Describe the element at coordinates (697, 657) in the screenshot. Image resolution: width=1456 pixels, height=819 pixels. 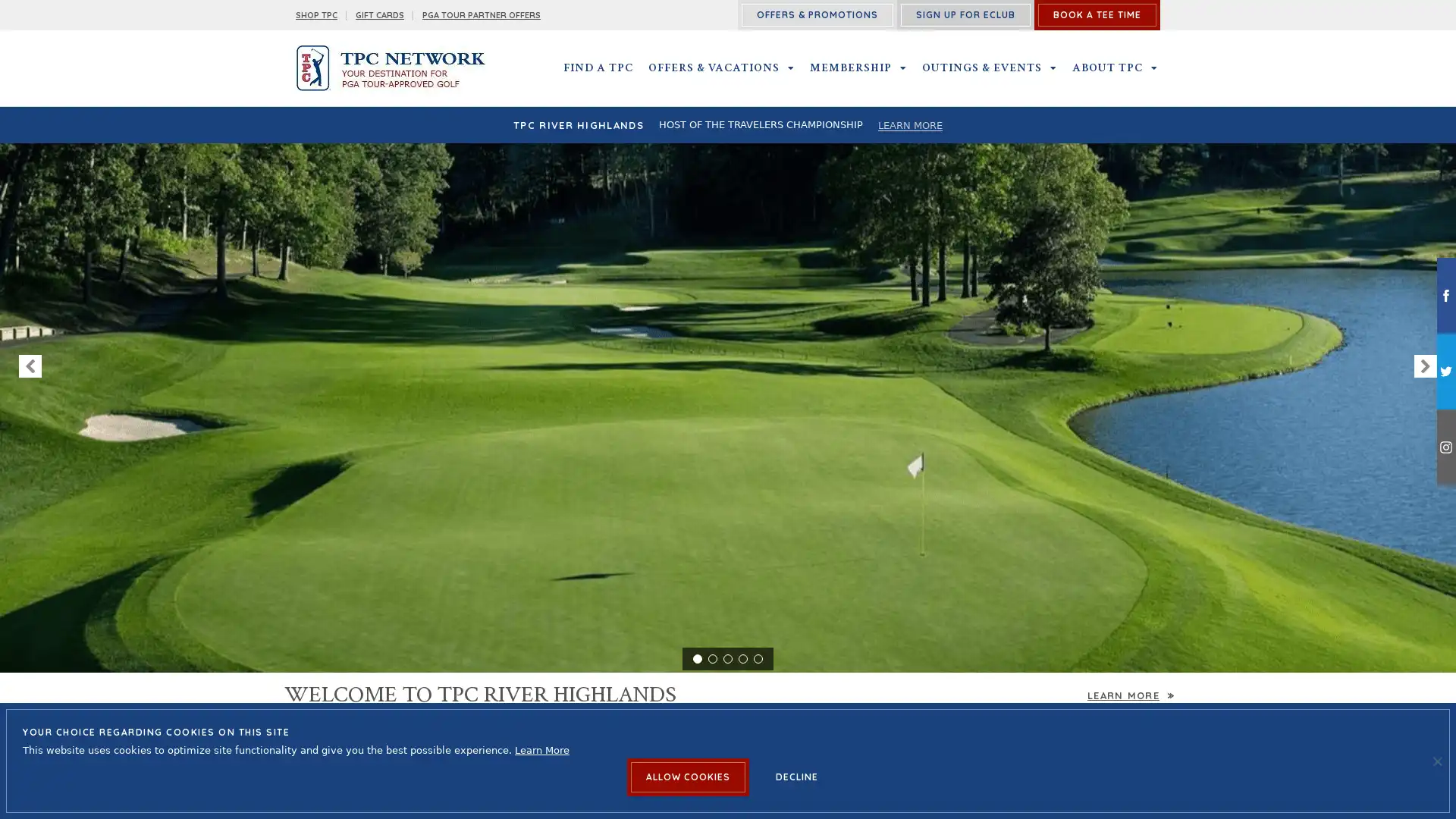
I see `1 of 5` at that location.